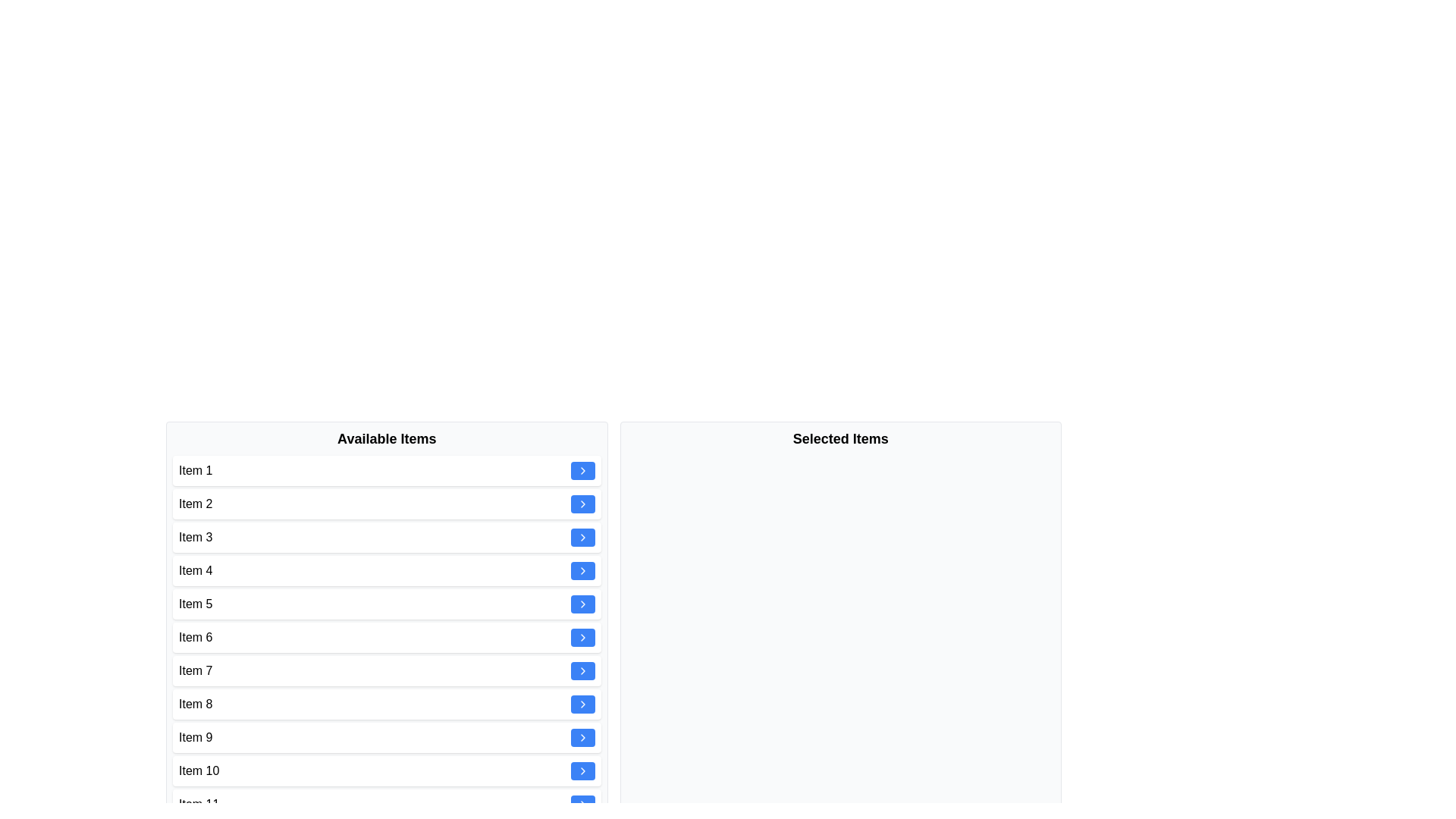 The height and width of the screenshot is (819, 1456). What do you see at coordinates (582, 470) in the screenshot?
I see `the transfer icon located inside the blue button on the far right of the row associated with 'Item 1' in the 'Available Items' panel` at bounding box center [582, 470].